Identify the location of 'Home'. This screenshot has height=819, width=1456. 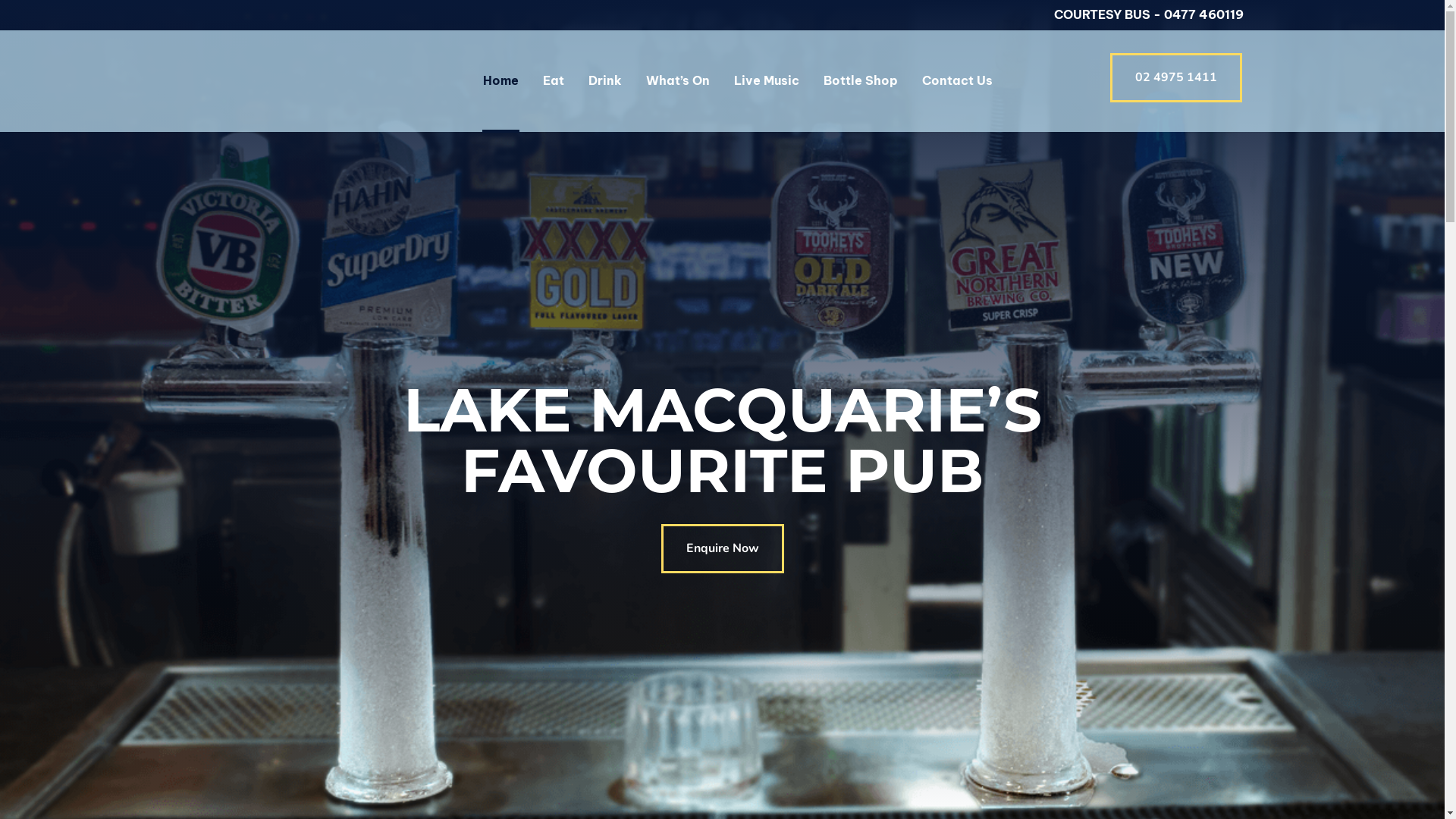
(500, 80).